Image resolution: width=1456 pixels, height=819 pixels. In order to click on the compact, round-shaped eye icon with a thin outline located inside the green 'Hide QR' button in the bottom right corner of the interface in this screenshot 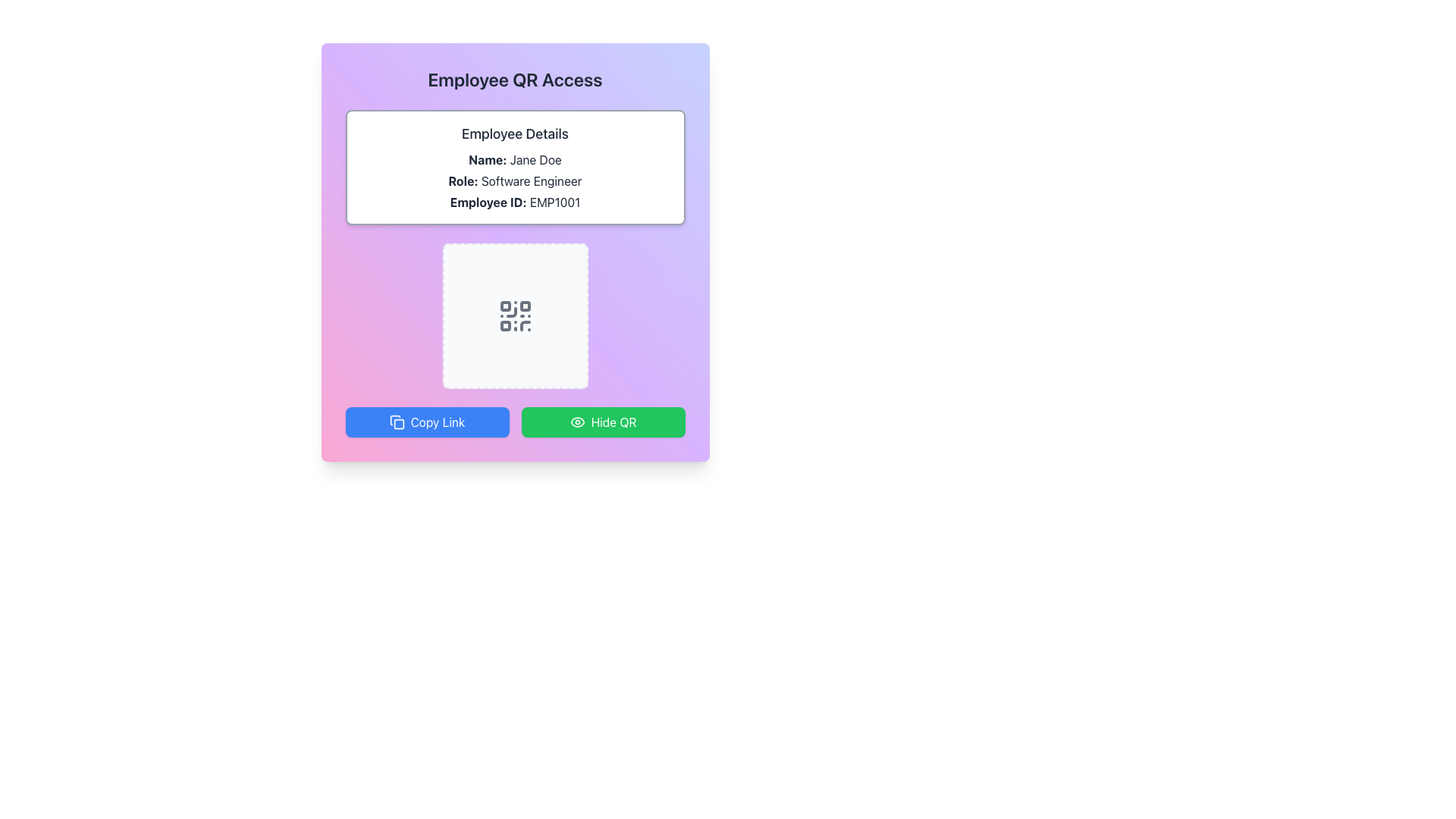, I will do `click(576, 422)`.